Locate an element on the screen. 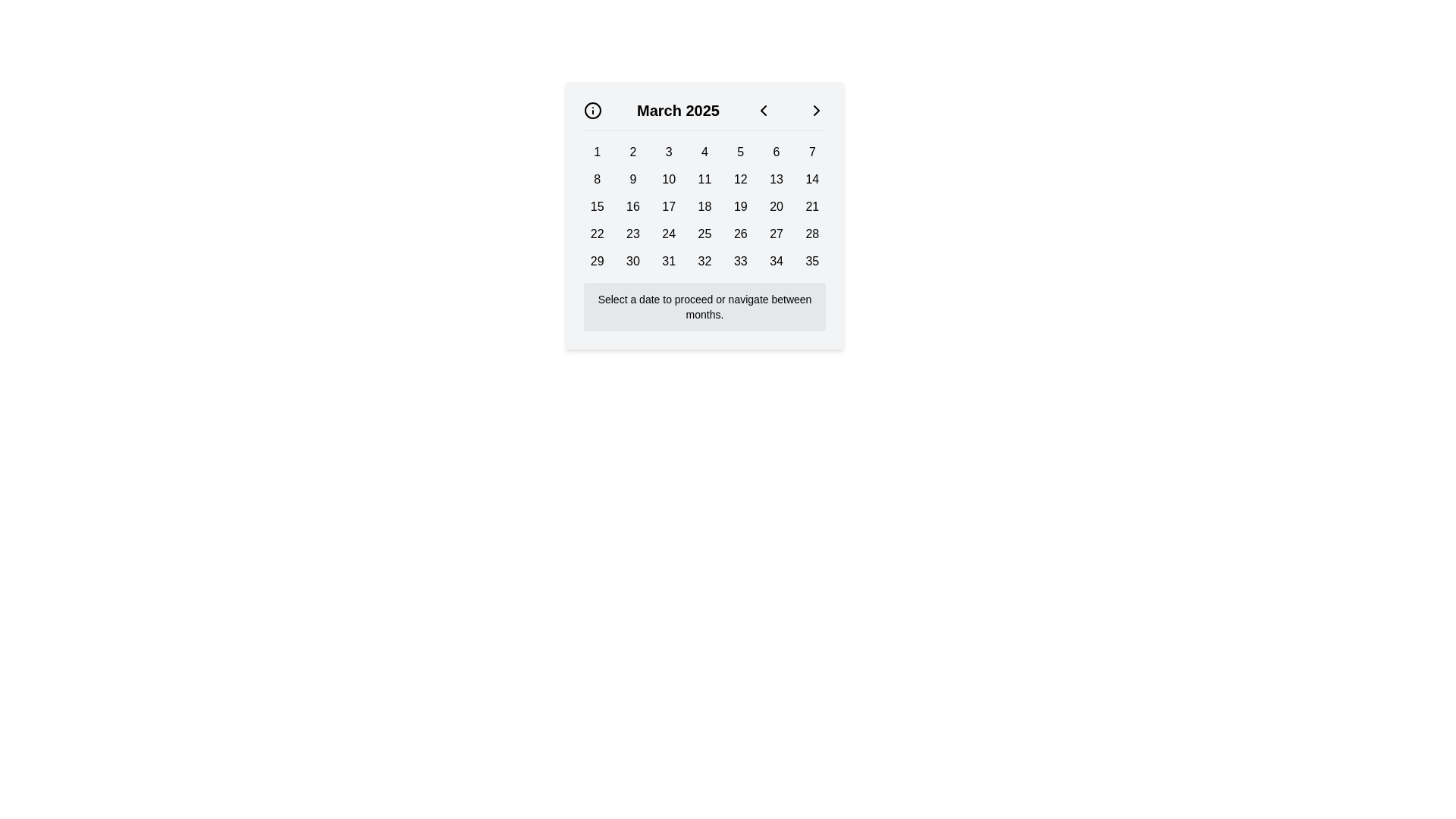  the button labeled '2' in the grid layout is located at coordinates (633, 152).